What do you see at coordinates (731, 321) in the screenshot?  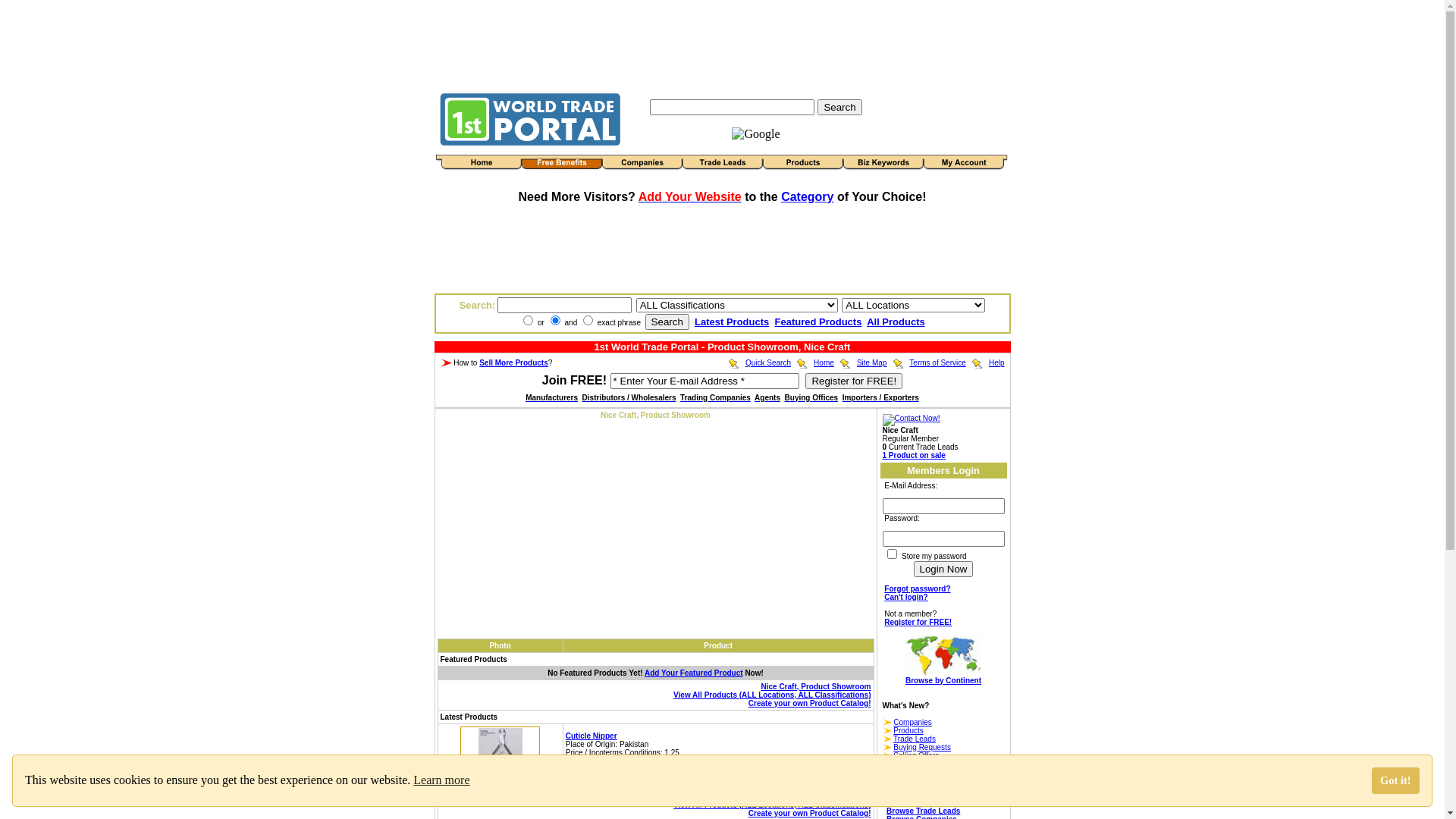 I see `'Latest Products'` at bounding box center [731, 321].